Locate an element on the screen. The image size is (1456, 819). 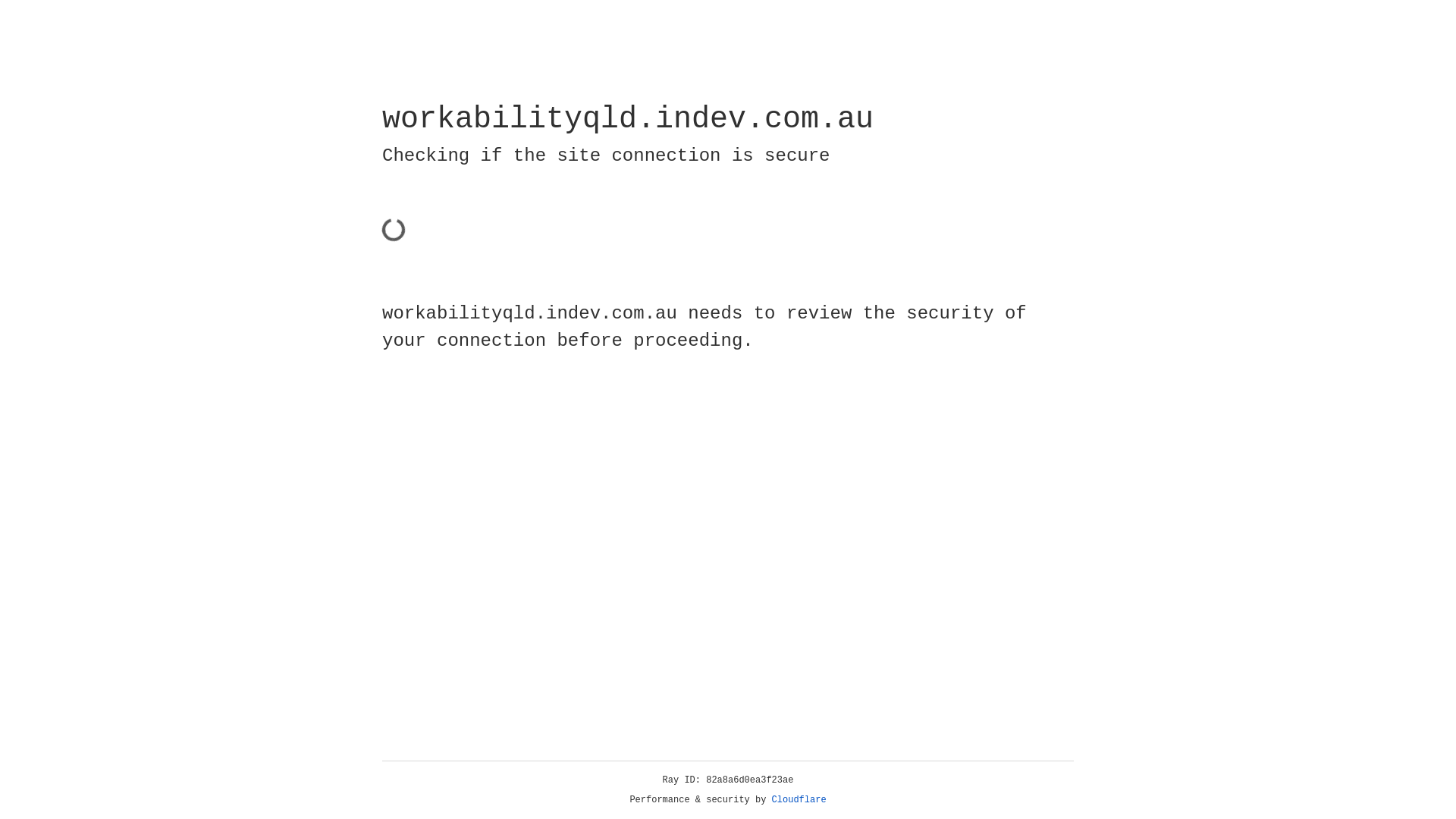
'Cloudflare' is located at coordinates (799, 799).